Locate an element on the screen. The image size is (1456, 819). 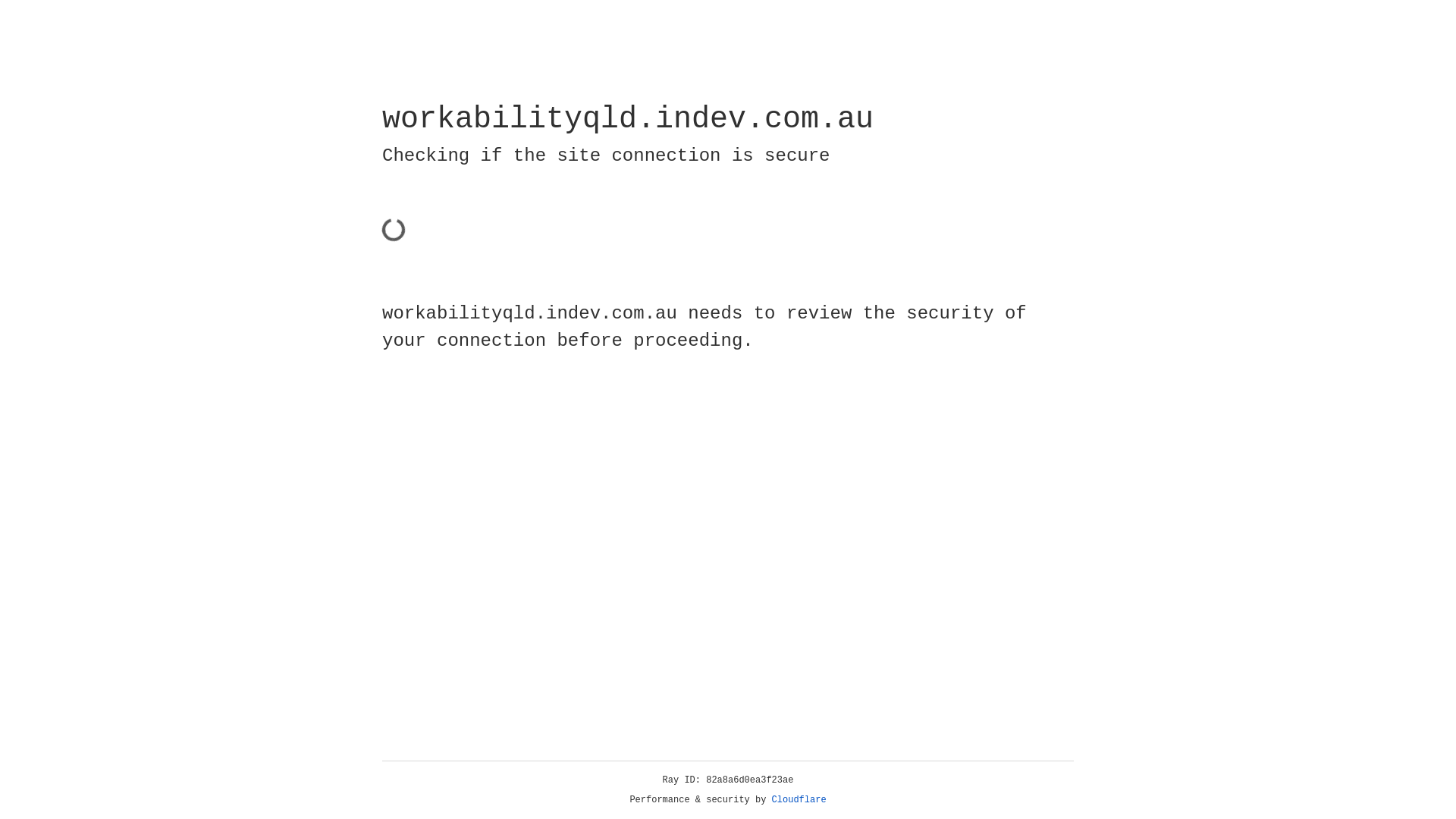
'Cloudflare' is located at coordinates (799, 799).